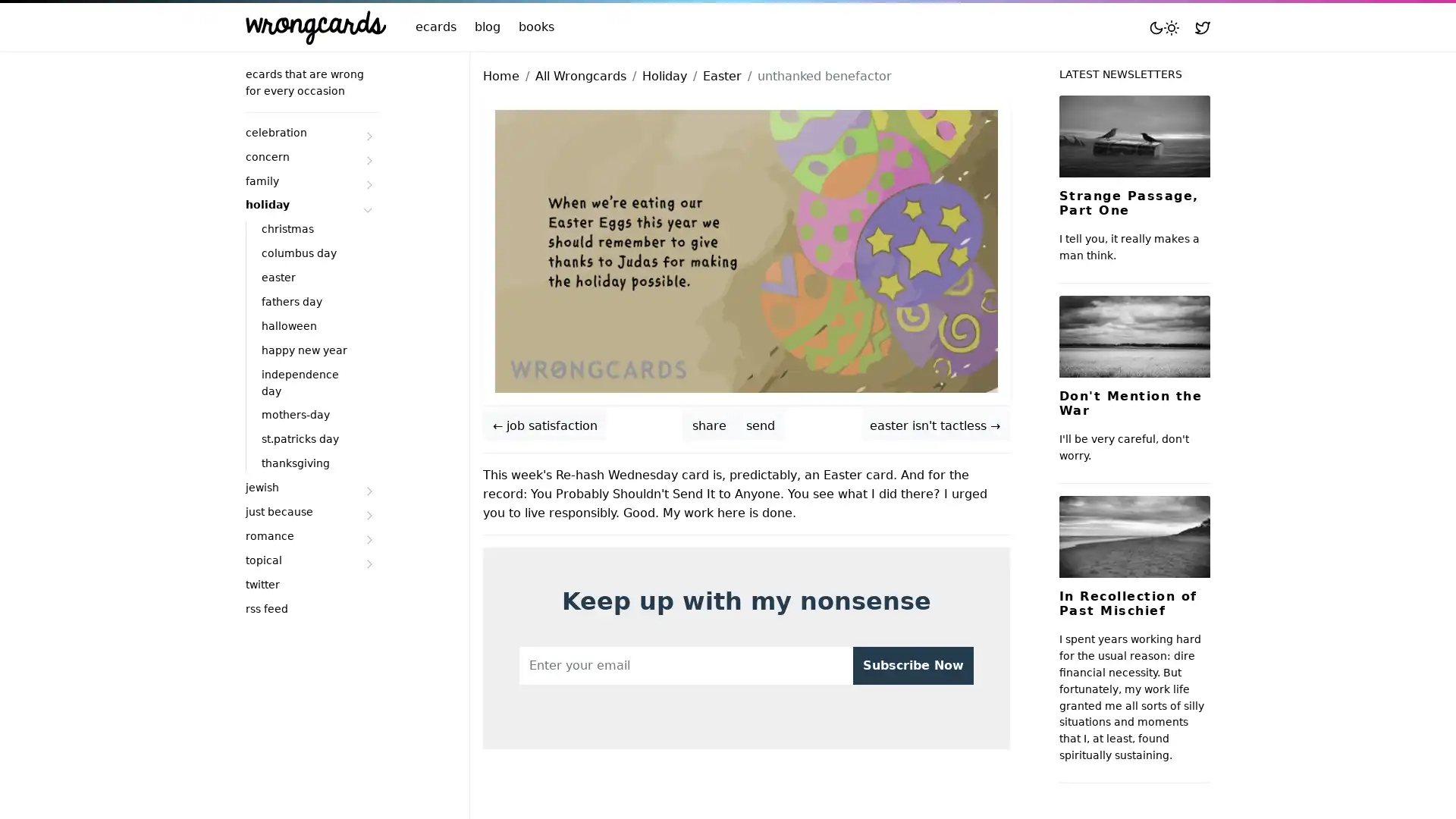 This screenshot has width=1456, height=819. Describe the element at coordinates (367, 563) in the screenshot. I see `Submenu` at that location.